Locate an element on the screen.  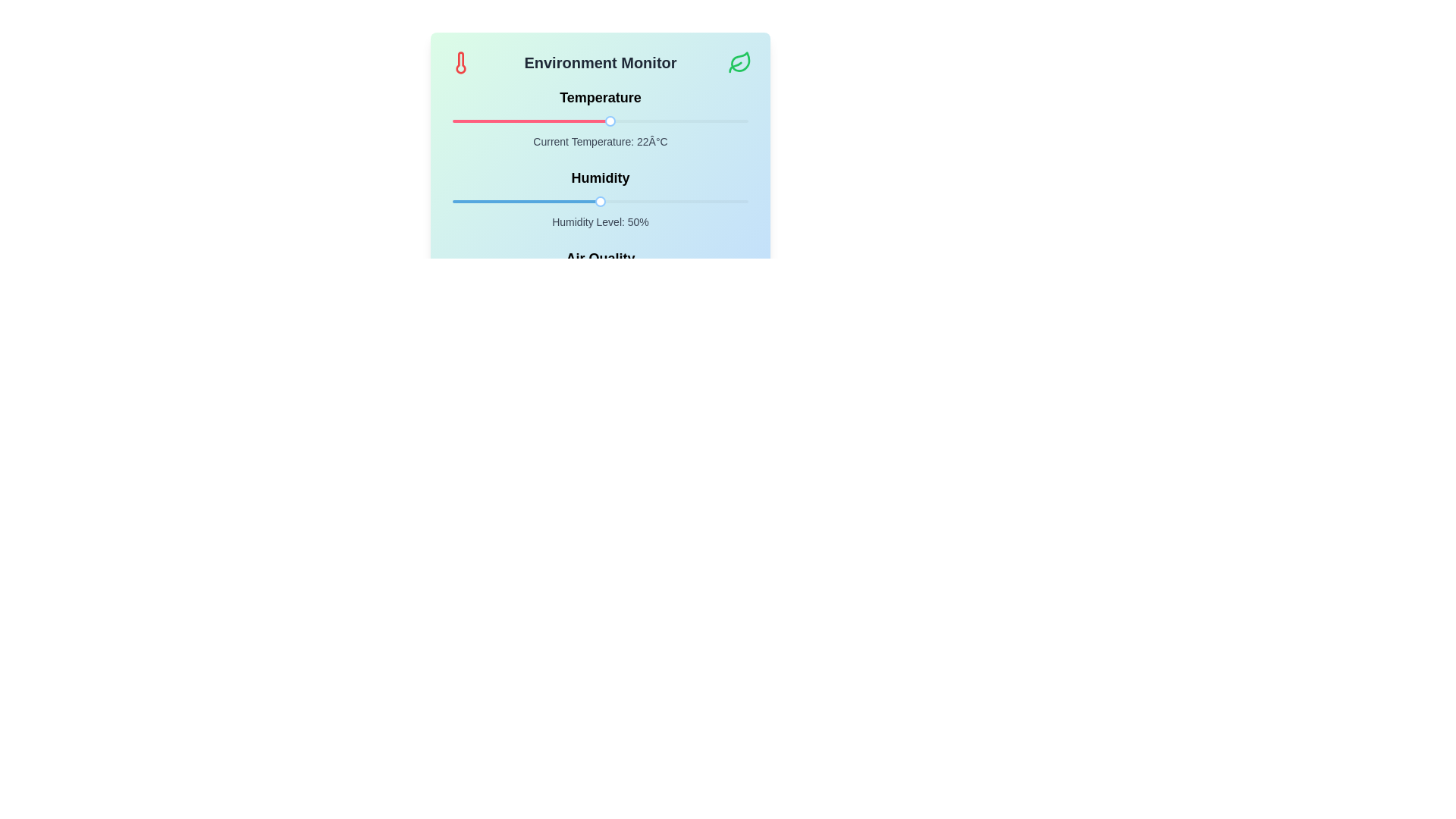
slider value is located at coordinates (570, 201).